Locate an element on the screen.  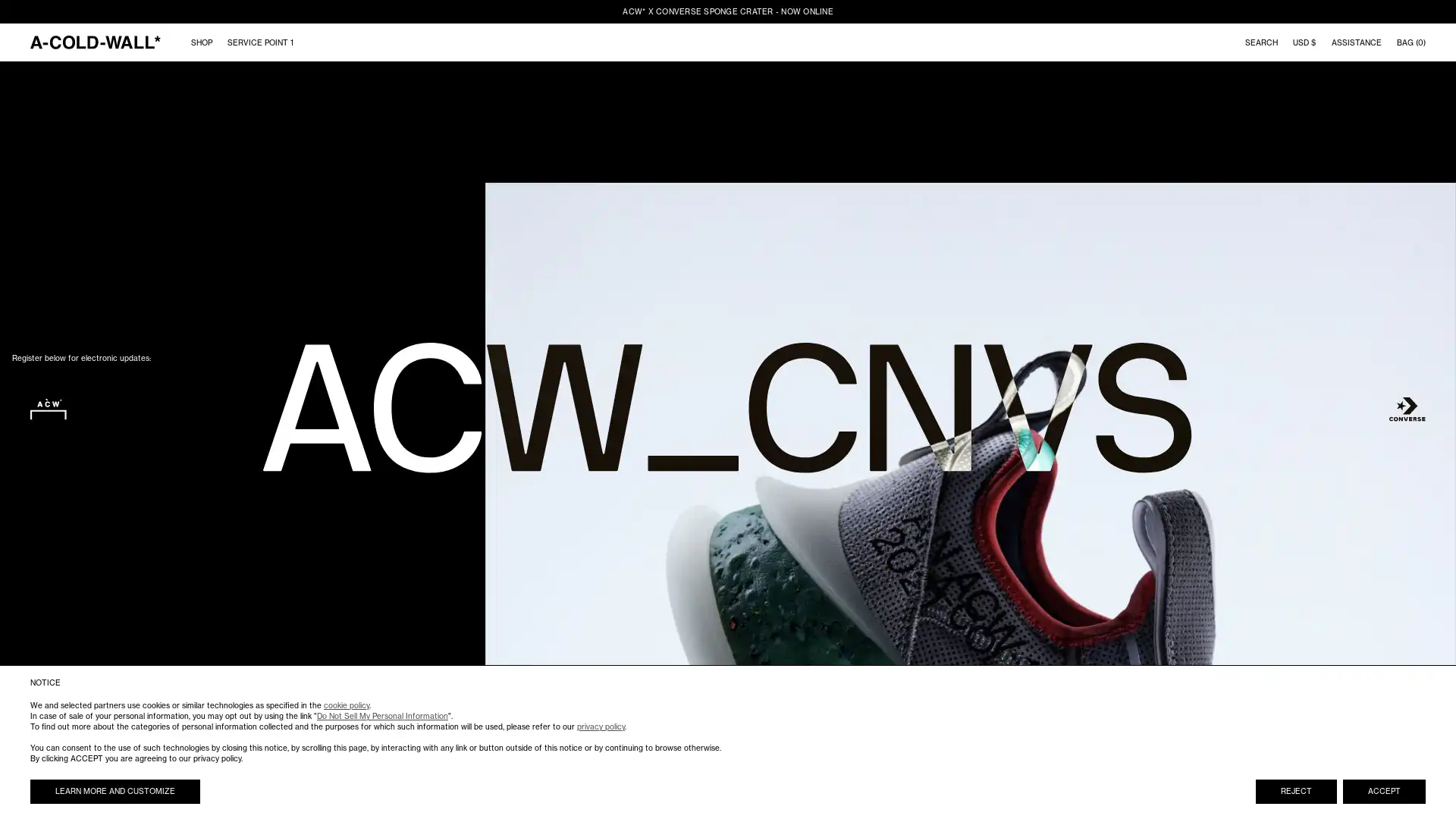
LEARN MORE AND CUSTOMIZE is located at coordinates (115, 791).